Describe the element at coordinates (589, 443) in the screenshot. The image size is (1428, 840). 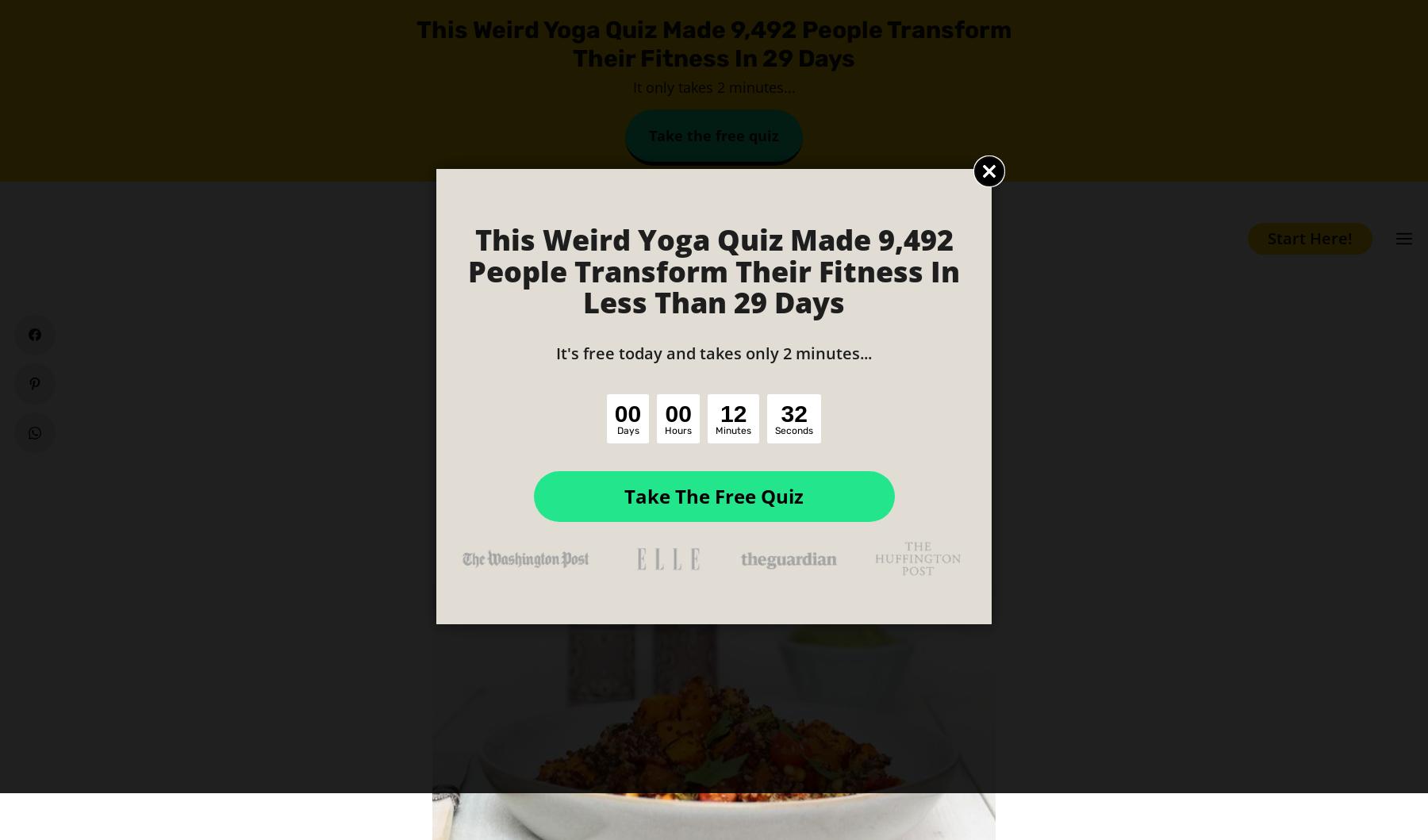
I see `'By'` at that location.